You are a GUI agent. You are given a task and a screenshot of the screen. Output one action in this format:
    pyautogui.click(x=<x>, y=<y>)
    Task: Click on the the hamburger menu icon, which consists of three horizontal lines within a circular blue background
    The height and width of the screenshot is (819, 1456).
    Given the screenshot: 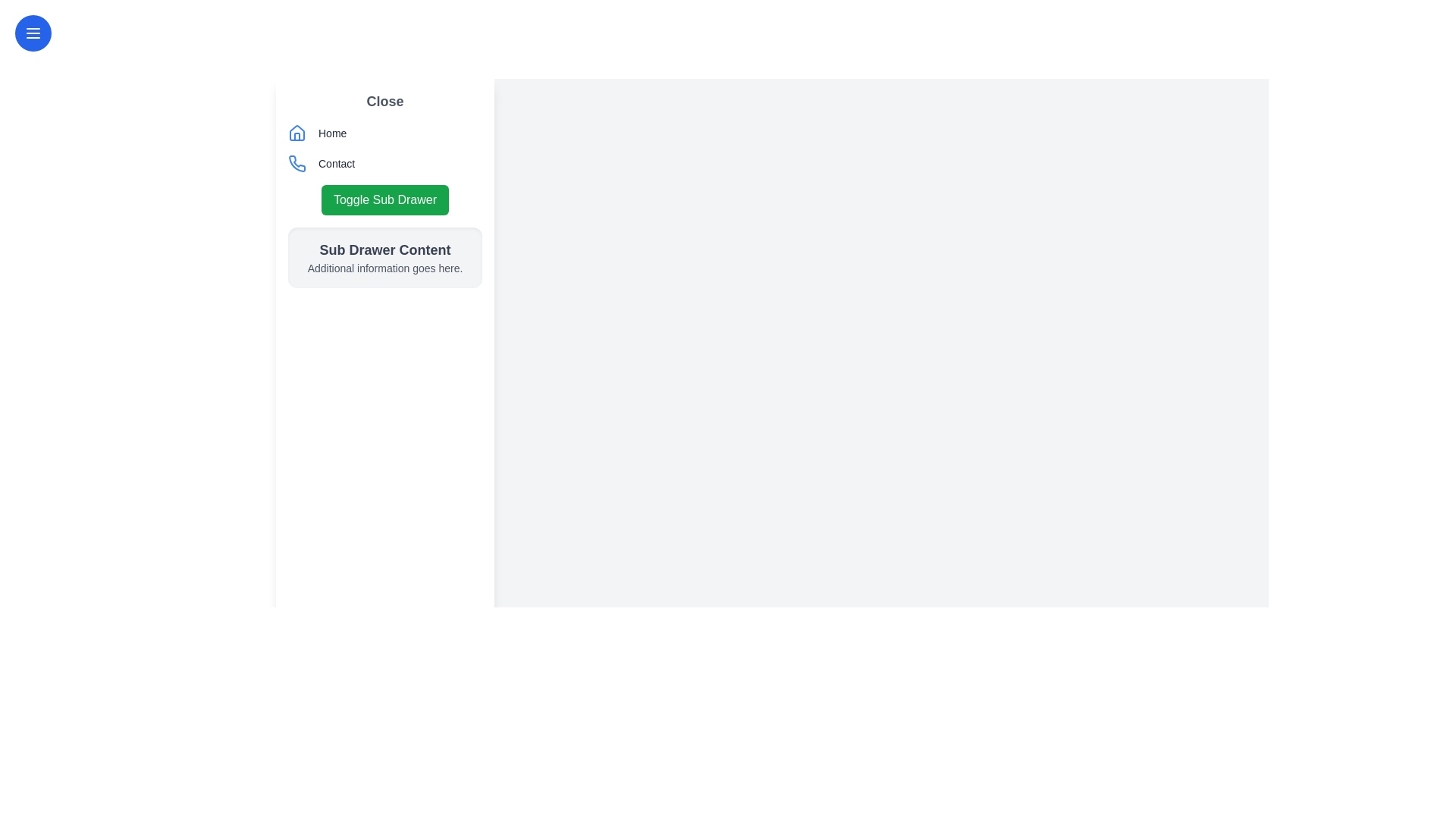 What is the action you would take?
    pyautogui.click(x=33, y=33)
    